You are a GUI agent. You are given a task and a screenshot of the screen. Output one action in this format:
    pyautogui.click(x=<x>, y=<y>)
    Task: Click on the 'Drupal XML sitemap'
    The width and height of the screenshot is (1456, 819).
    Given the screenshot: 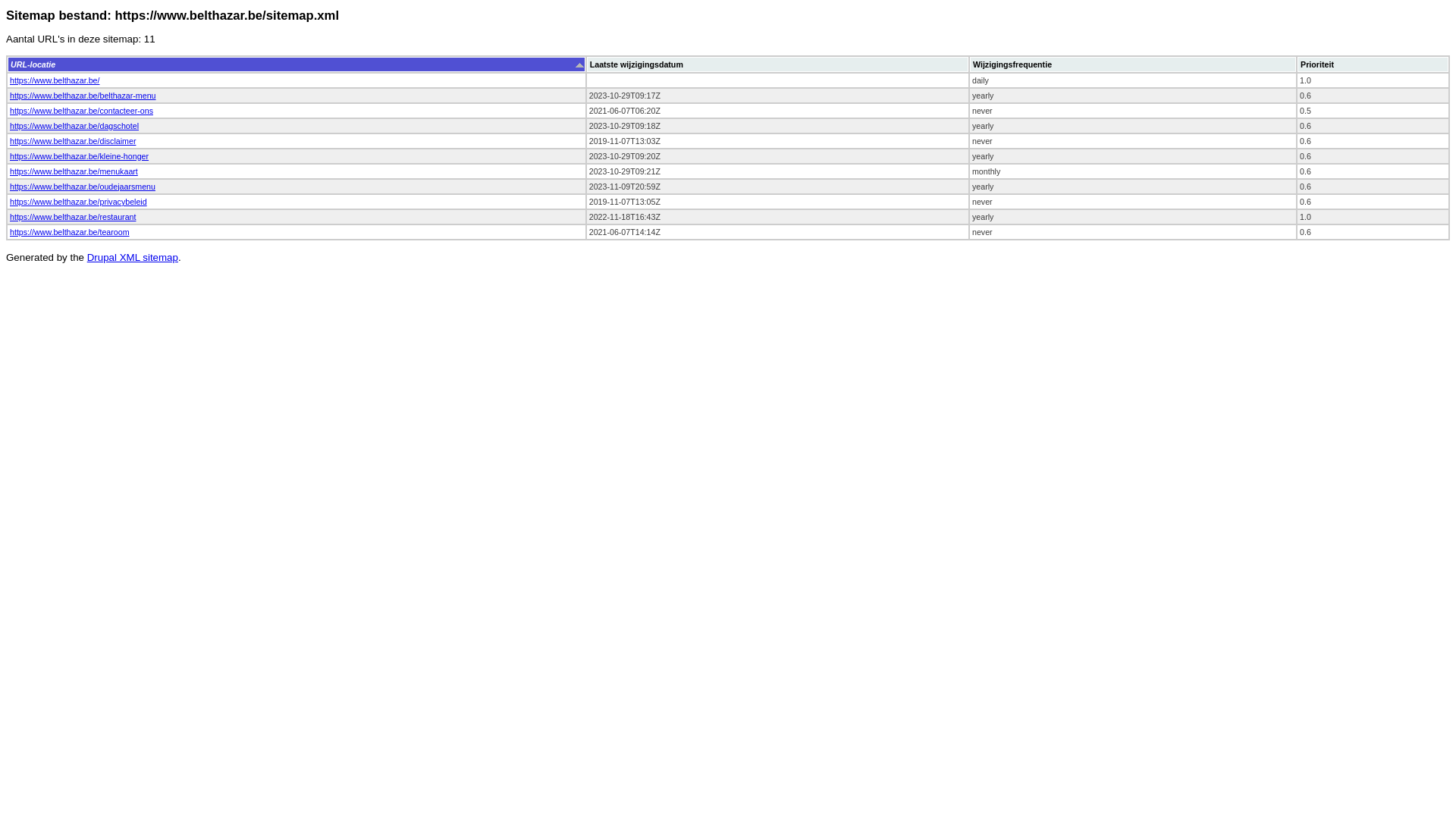 What is the action you would take?
    pyautogui.click(x=132, y=256)
    